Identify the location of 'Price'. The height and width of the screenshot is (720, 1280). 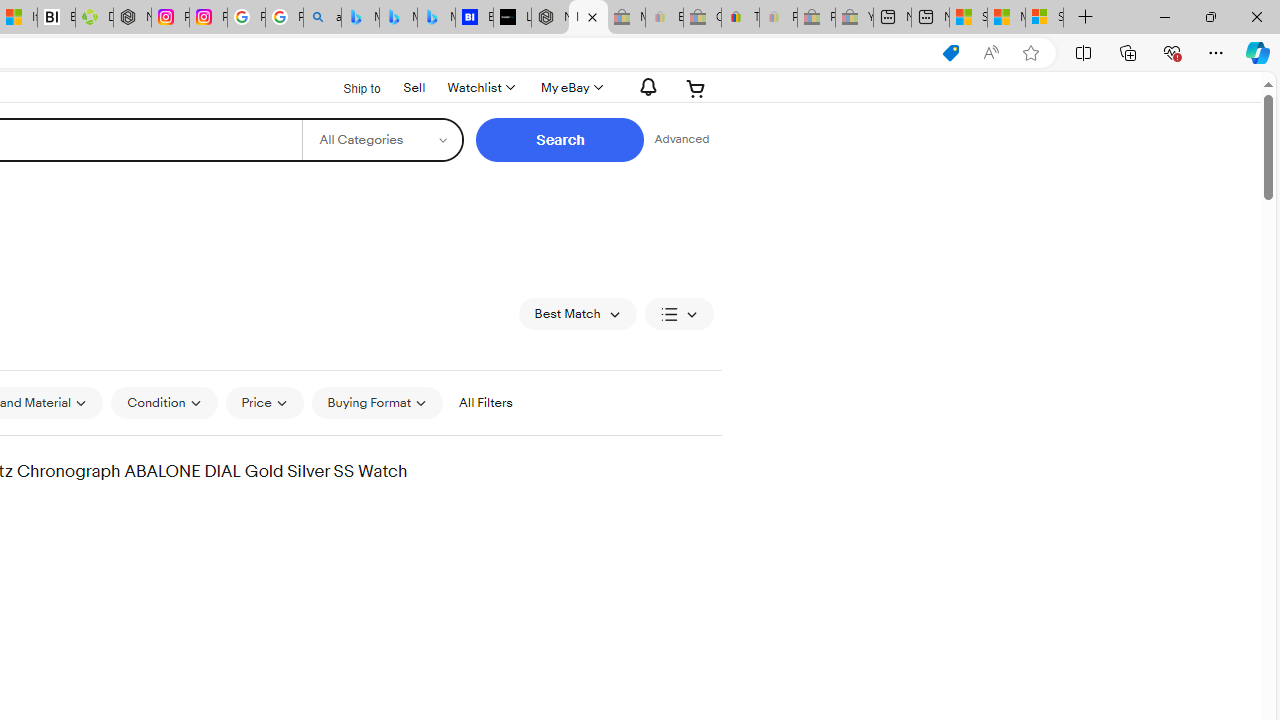
(263, 402).